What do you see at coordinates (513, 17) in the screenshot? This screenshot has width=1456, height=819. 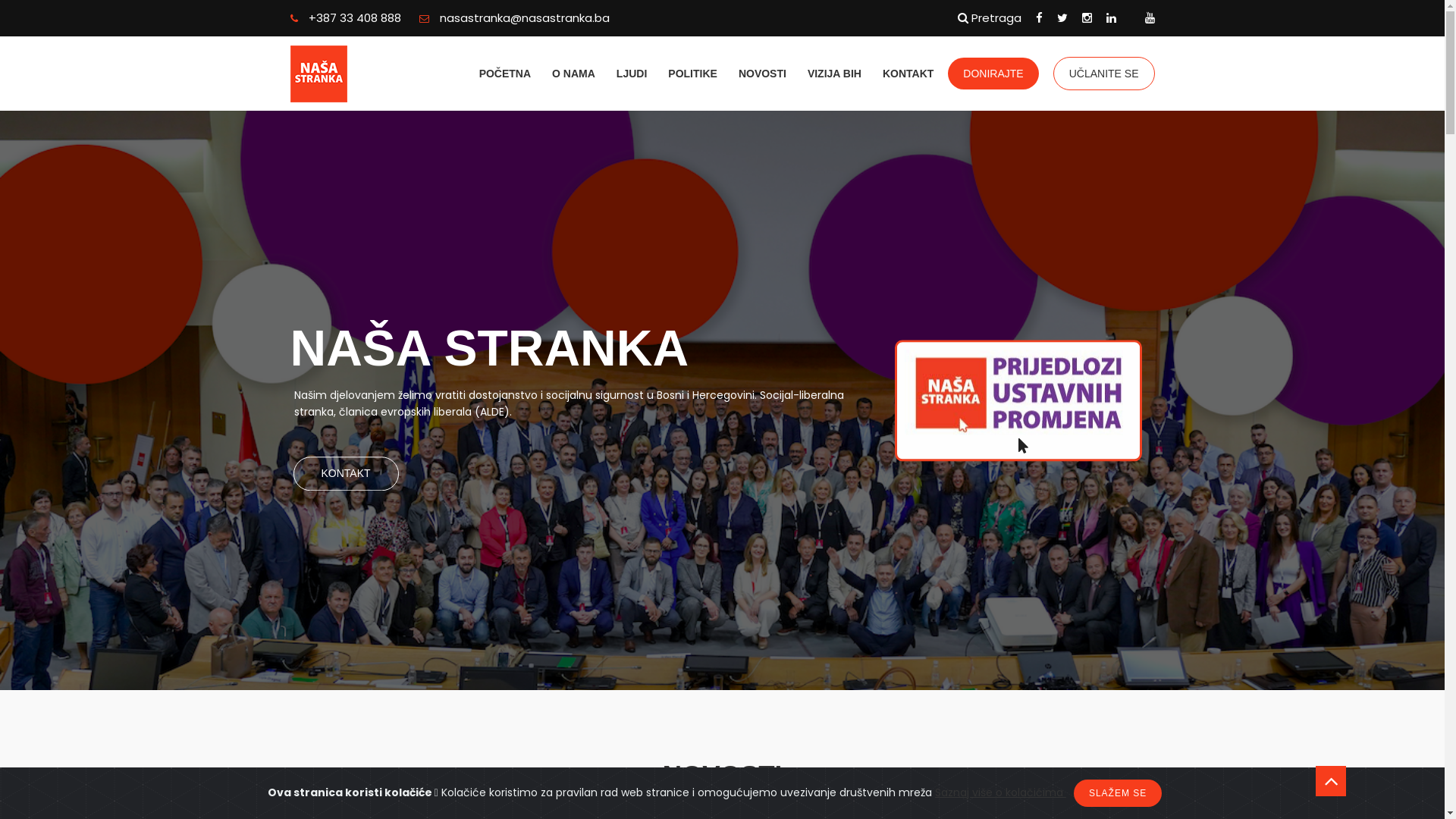 I see `'nasastranka@nasastranka.ba'` at bounding box center [513, 17].